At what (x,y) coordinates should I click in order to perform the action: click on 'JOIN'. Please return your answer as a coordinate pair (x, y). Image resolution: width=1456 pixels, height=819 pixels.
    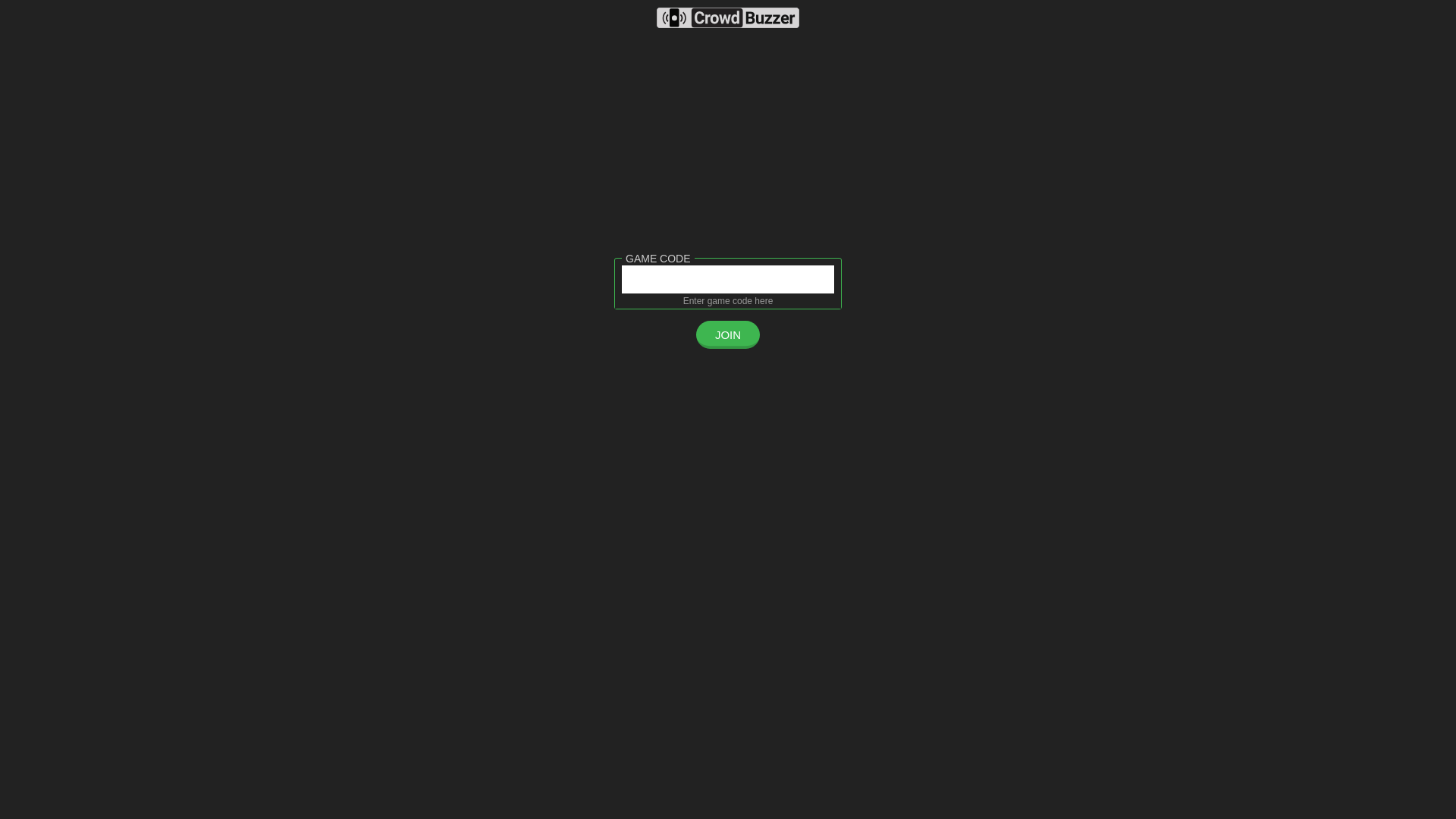
    Looking at the image, I should click on (728, 334).